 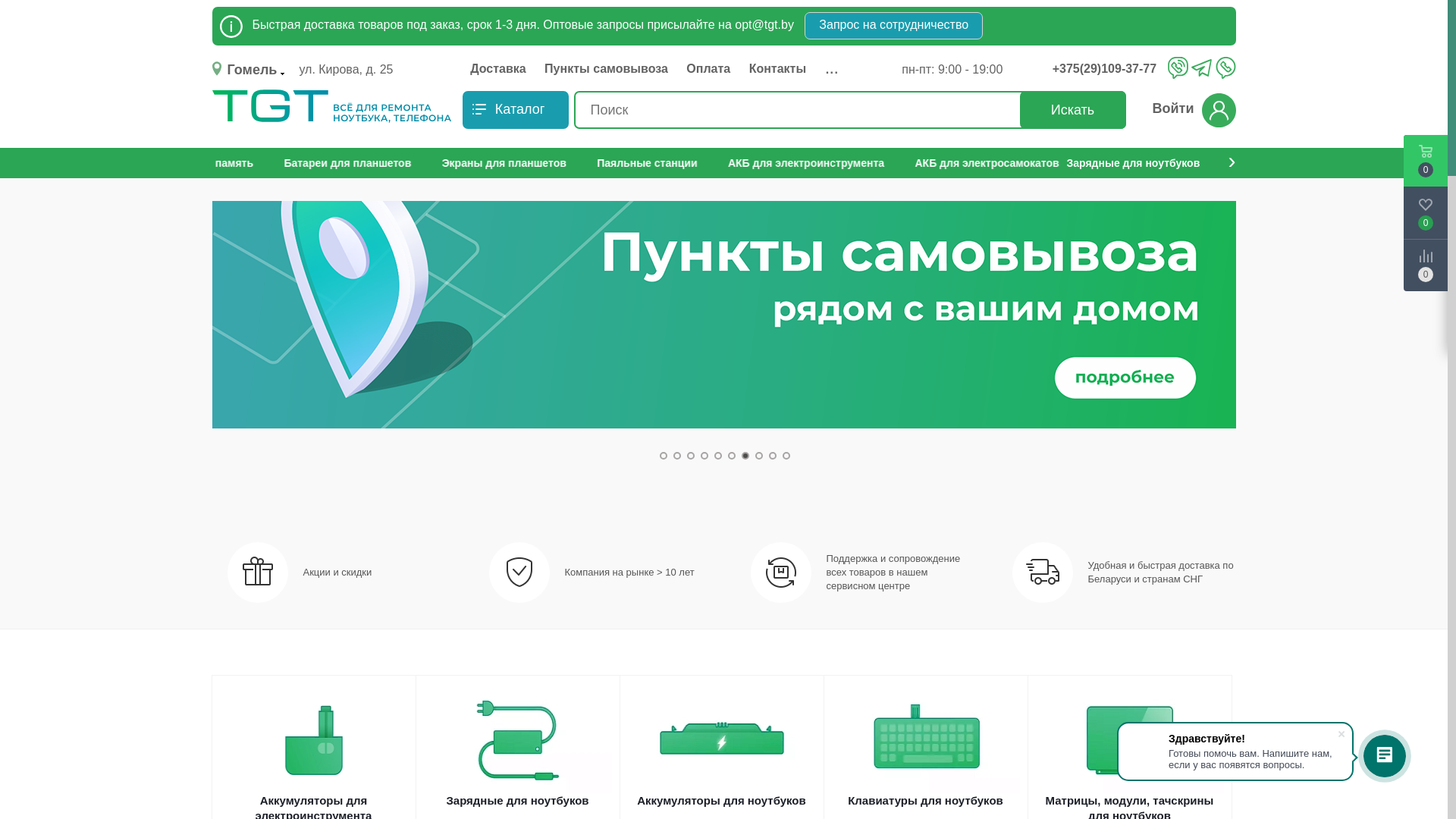 I want to click on '6', so click(x=728, y=455).